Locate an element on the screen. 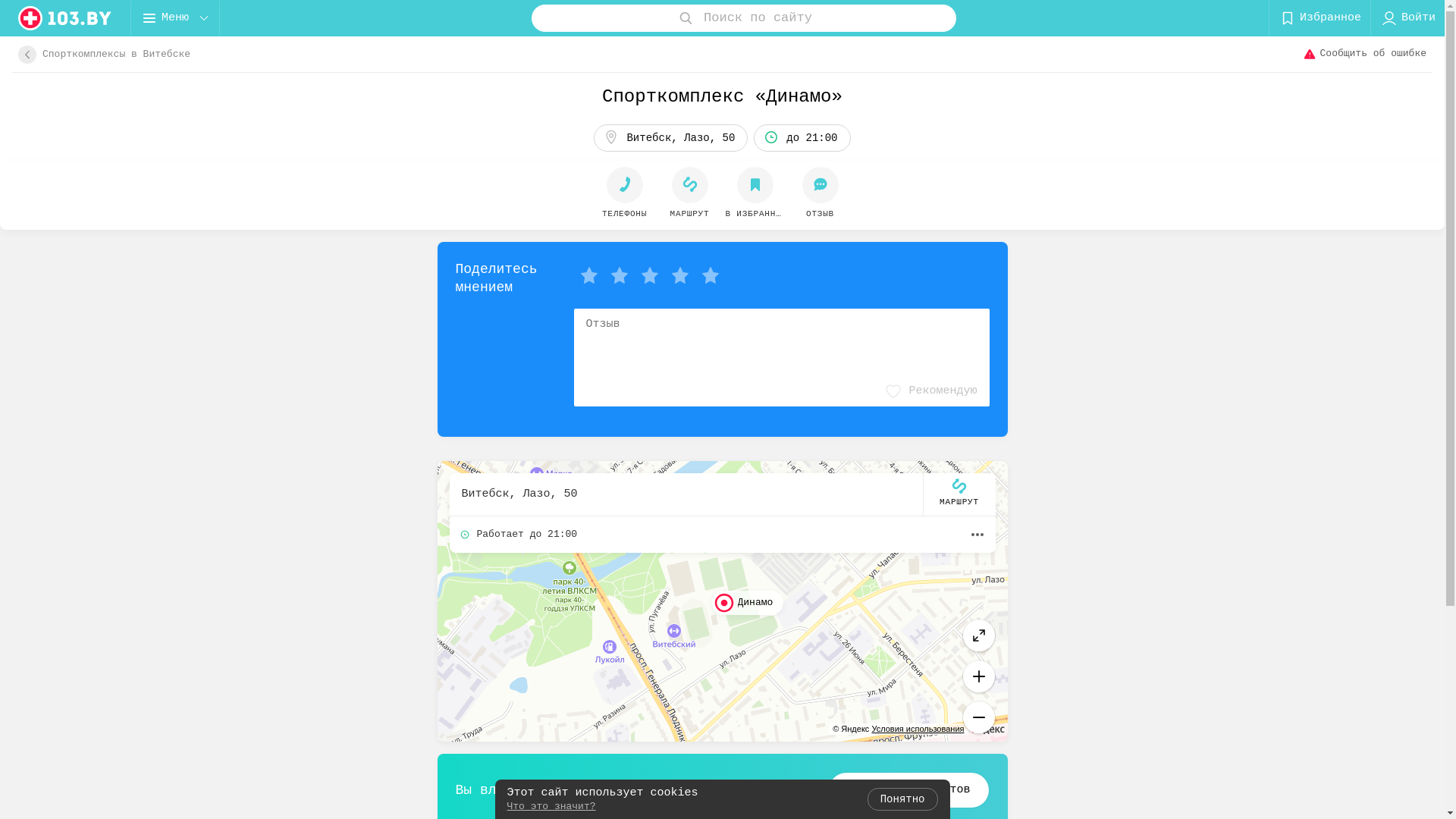  'logo' is located at coordinates (64, 17).